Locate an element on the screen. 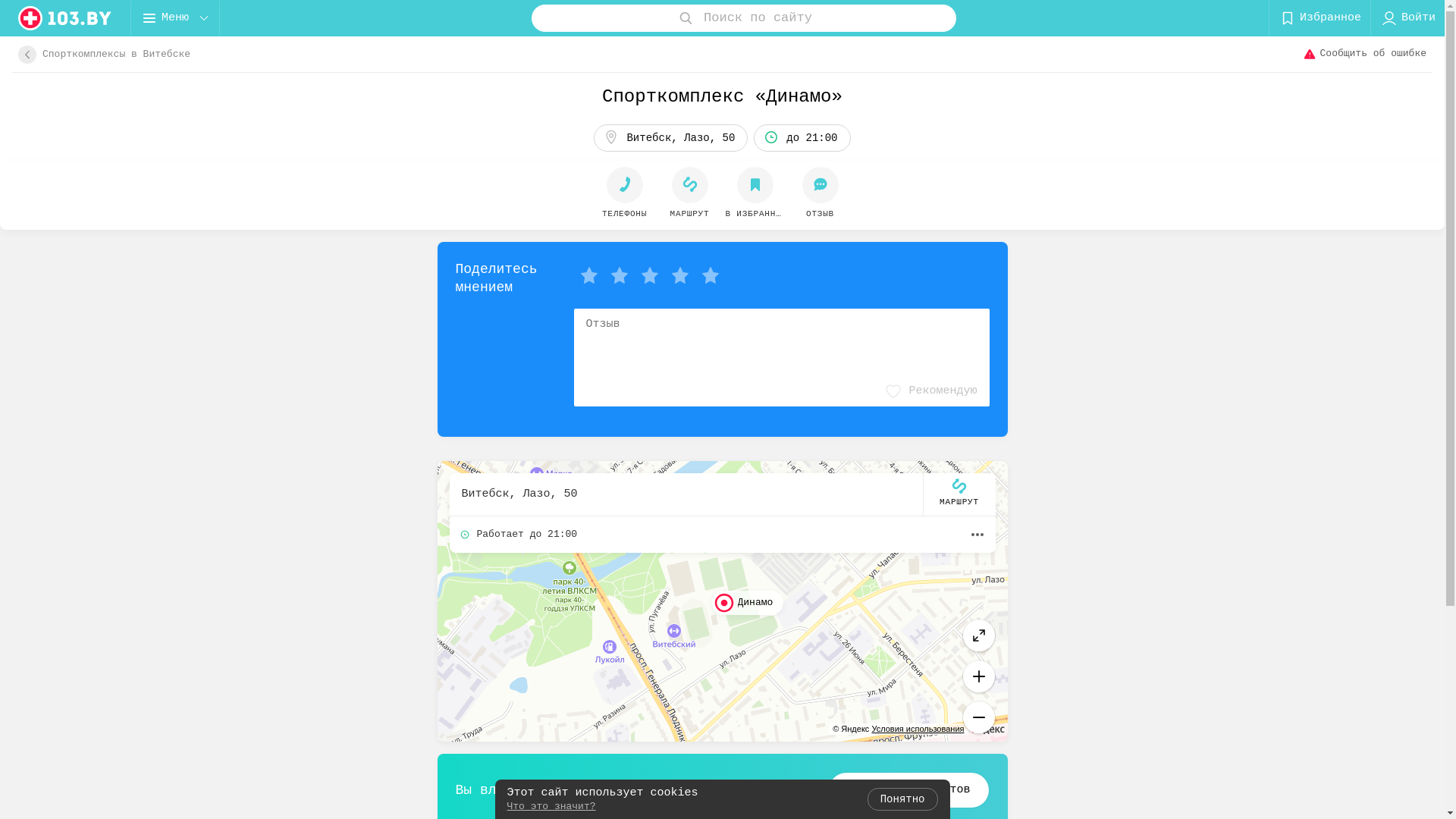  'logo' is located at coordinates (64, 17).